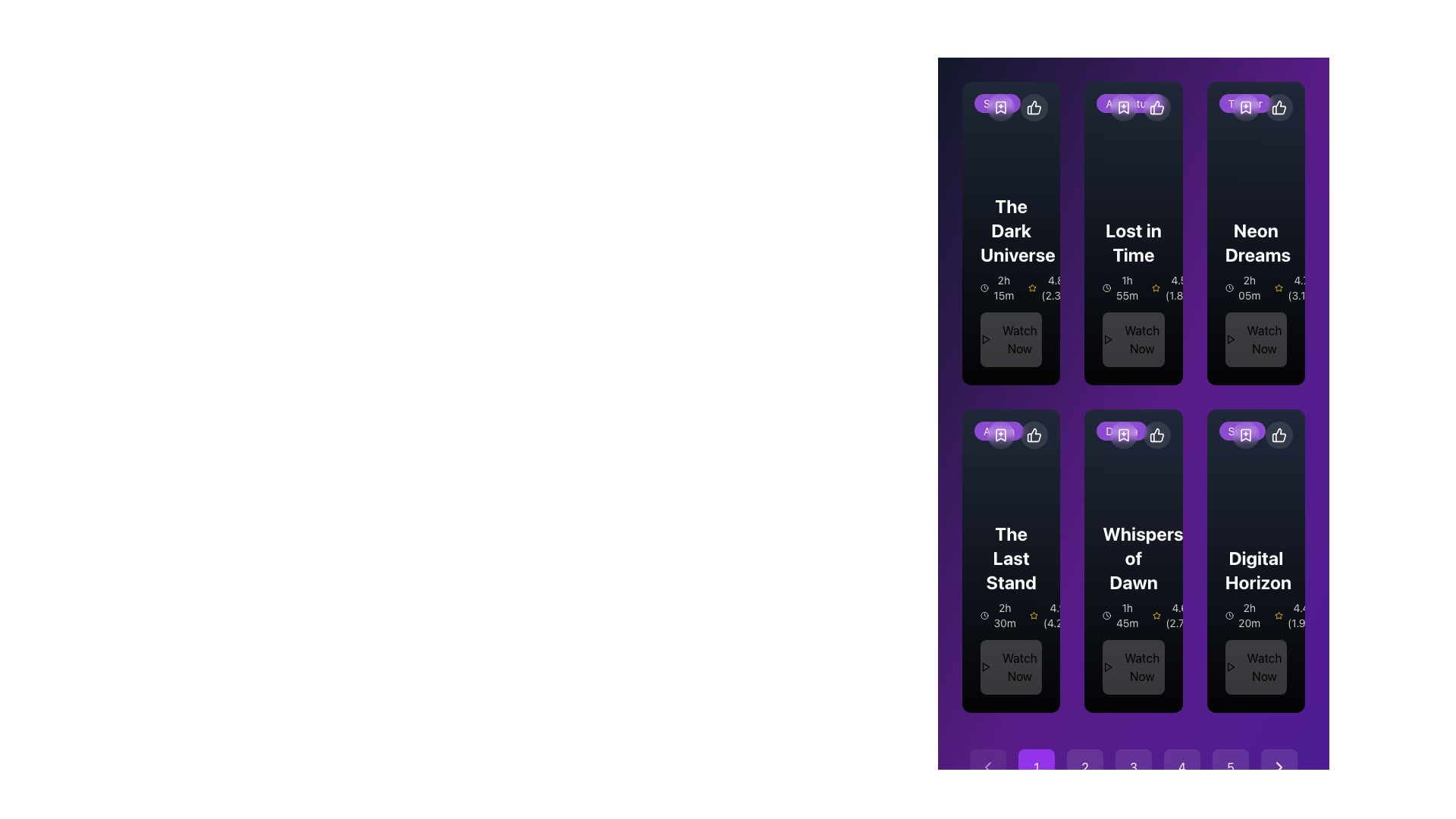 The height and width of the screenshot is (819, 1456). Describe the element at coordinates (984, 288) in the screenshot. I see `the circular clock icon located in the upper left corner of the card titled 'The Dark Universe'` at that location.